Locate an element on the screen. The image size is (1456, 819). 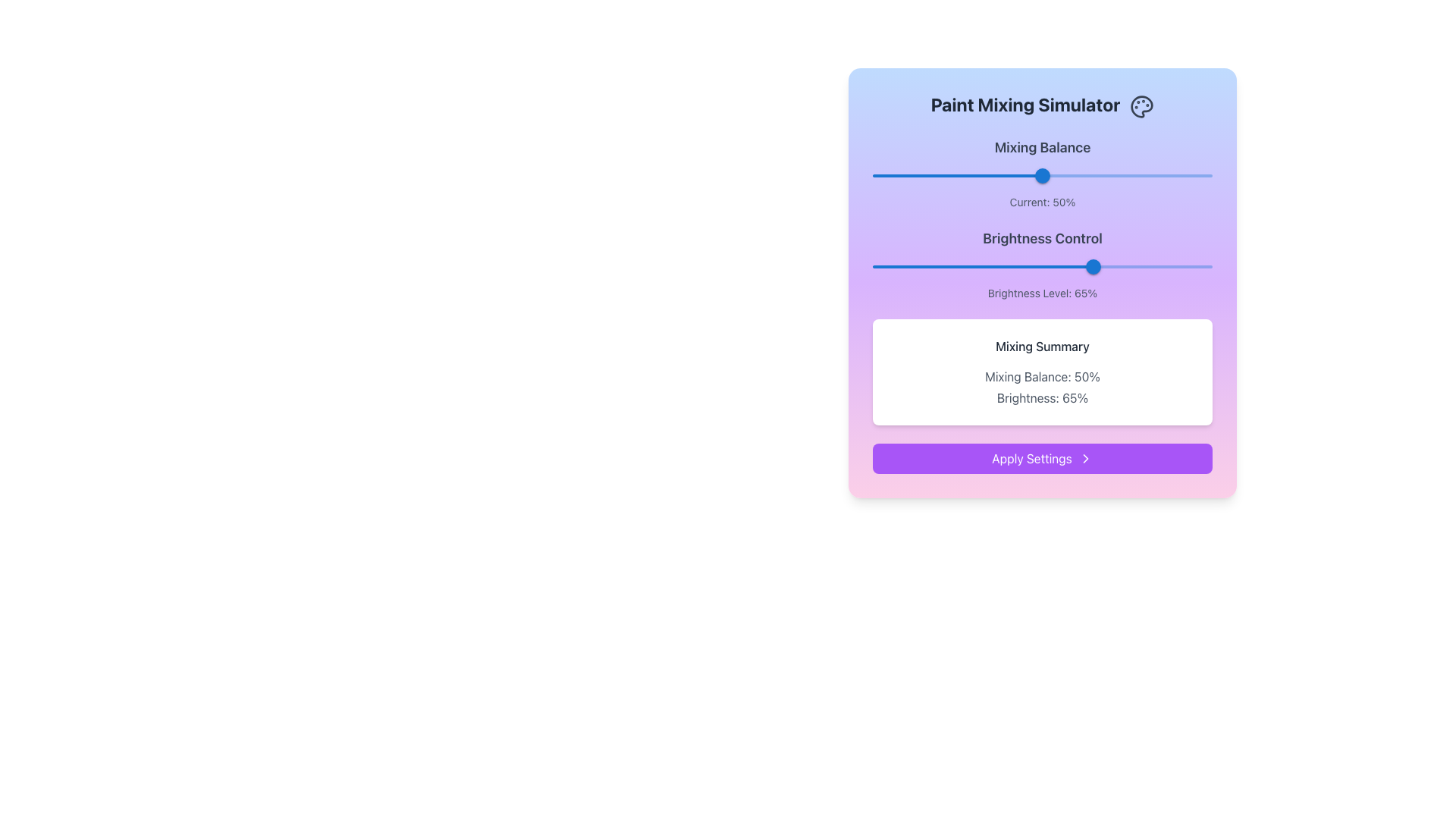
the 'Apply Settings' button located at the bottom section of the 'Paint Mixing Simulator' card to confirm and apply the current configuration values is located at coordinates (1041, 457).